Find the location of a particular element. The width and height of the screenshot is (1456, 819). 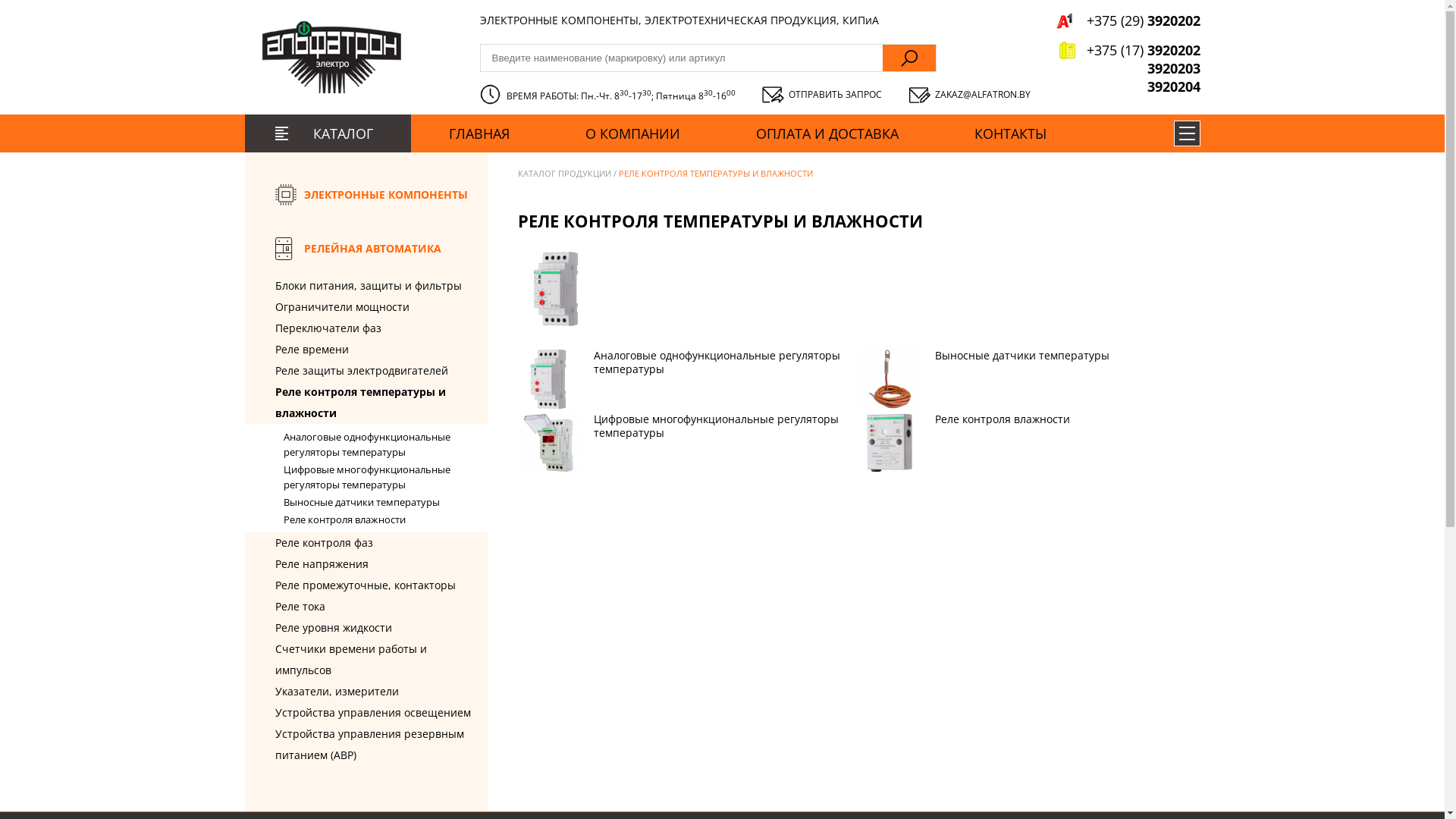

'3920204' is located at coordinates (1128, 86).